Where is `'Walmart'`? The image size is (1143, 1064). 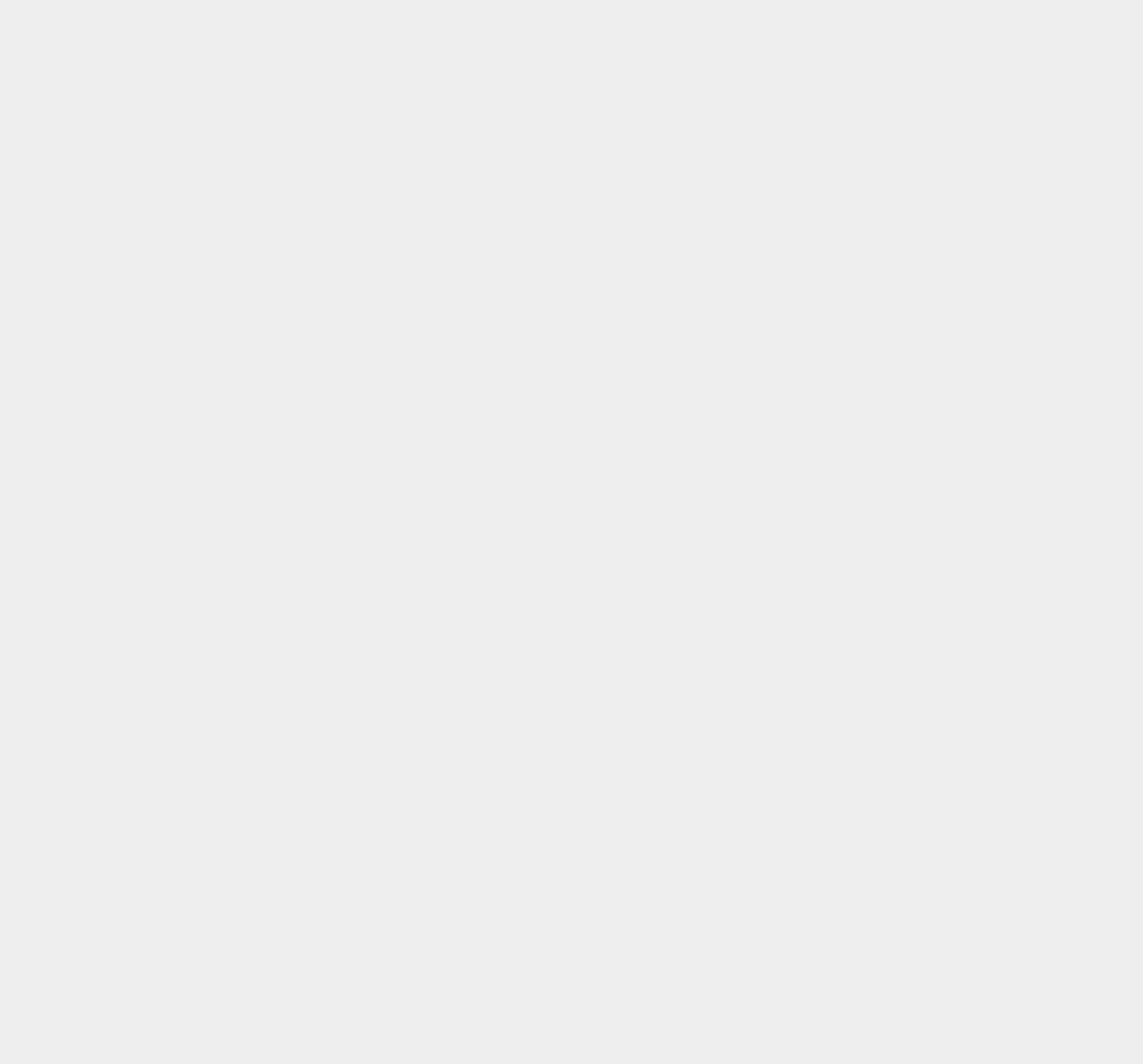
'Walmart' is located at coordinates (807, 130).